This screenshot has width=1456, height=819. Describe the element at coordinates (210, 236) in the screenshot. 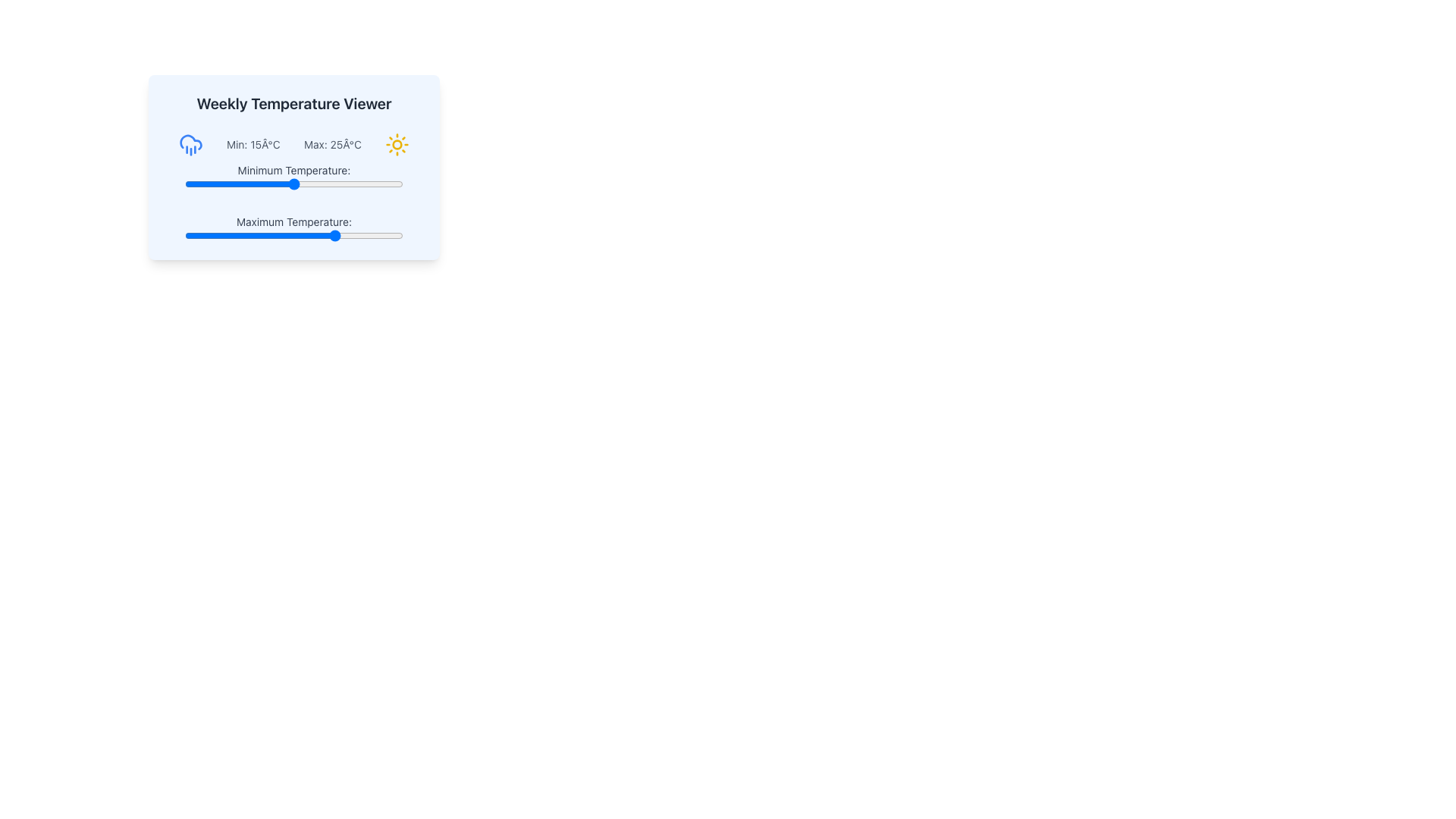

I see `the maximum temperature` at that location.